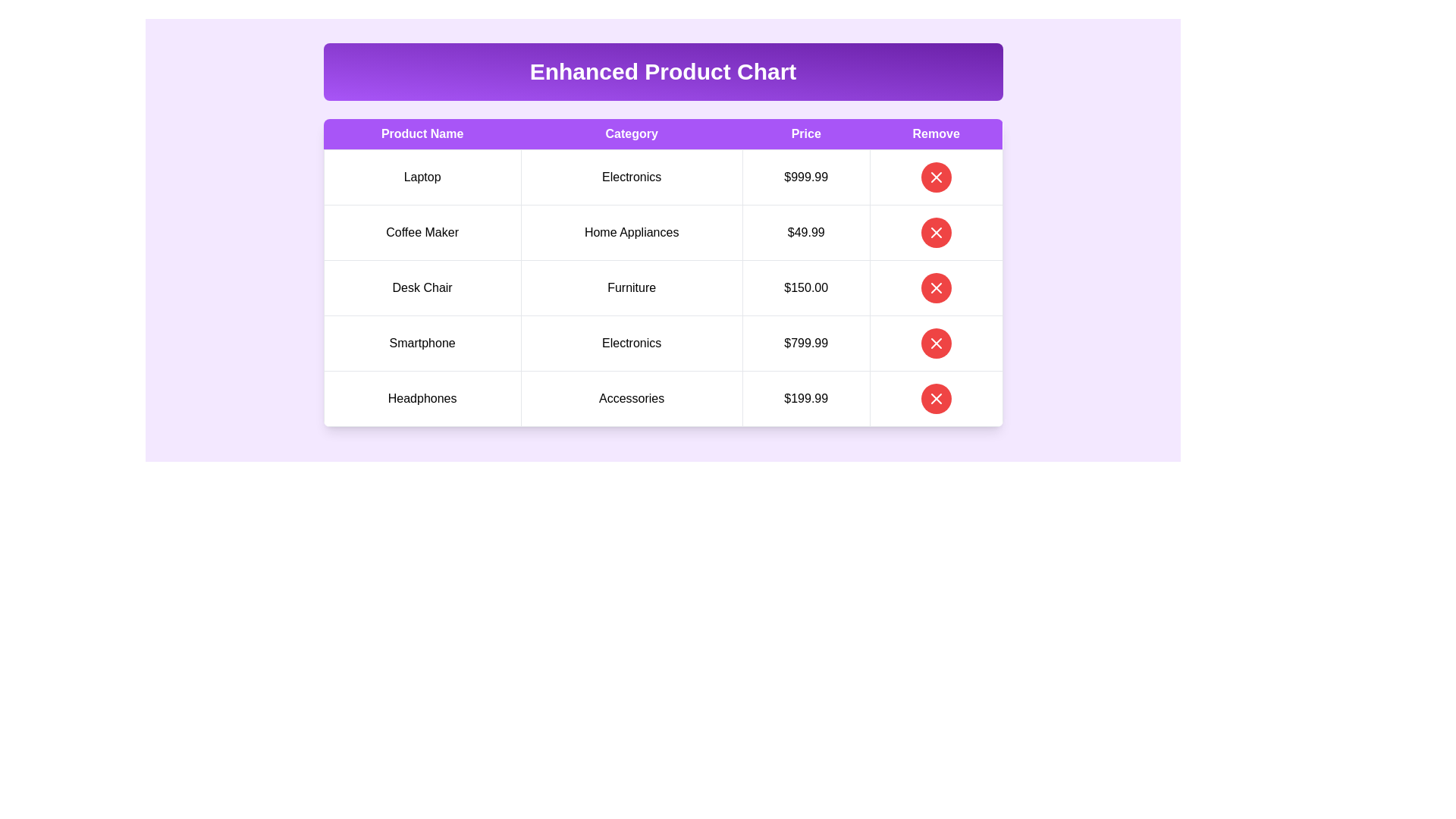 This screenshot has width=1456, height=819. What do you see at coordinates (805, 233) in the screenshot?
I see `the static text displaying the price of the product 'Coffee Maker' located in the 'Price' column of the second row of the table` at bounding box center [805, 233].